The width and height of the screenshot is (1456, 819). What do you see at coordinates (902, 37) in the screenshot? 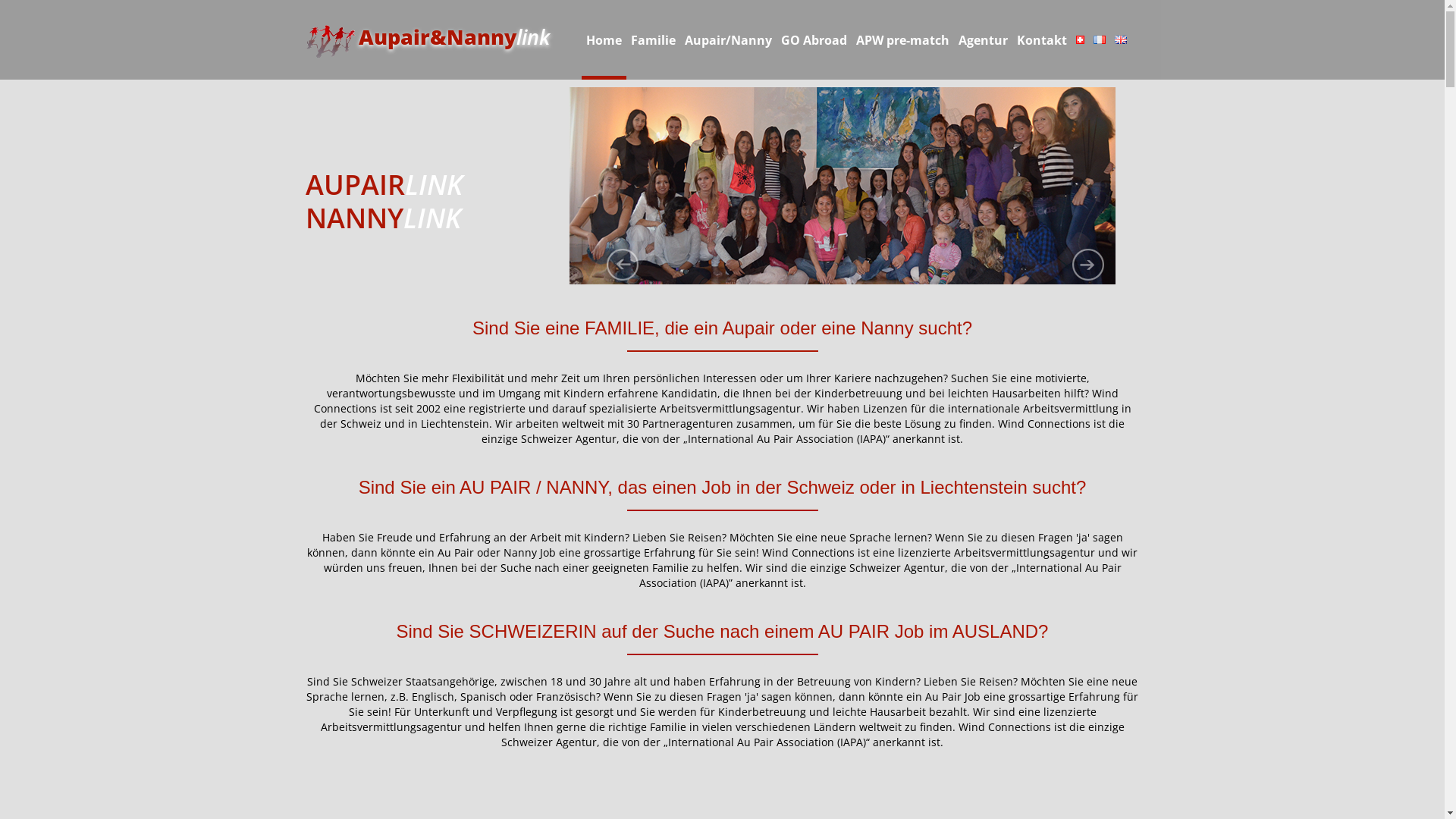
I see `'APW pre-match'` at bounding box center [902, 37].